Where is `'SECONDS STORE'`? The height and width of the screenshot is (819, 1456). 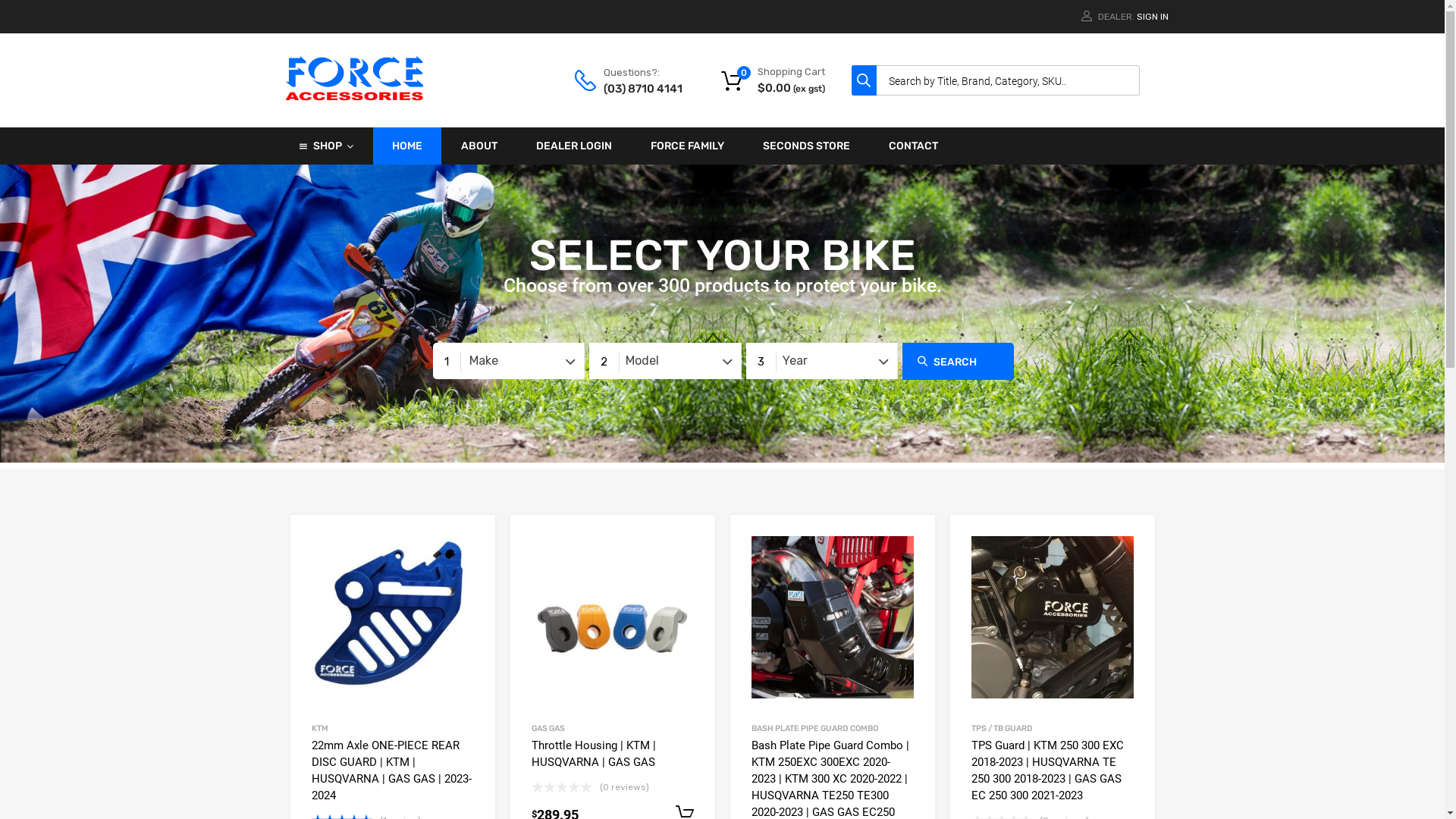 'SECONDS STORE' is located at coordinates (805, 146).